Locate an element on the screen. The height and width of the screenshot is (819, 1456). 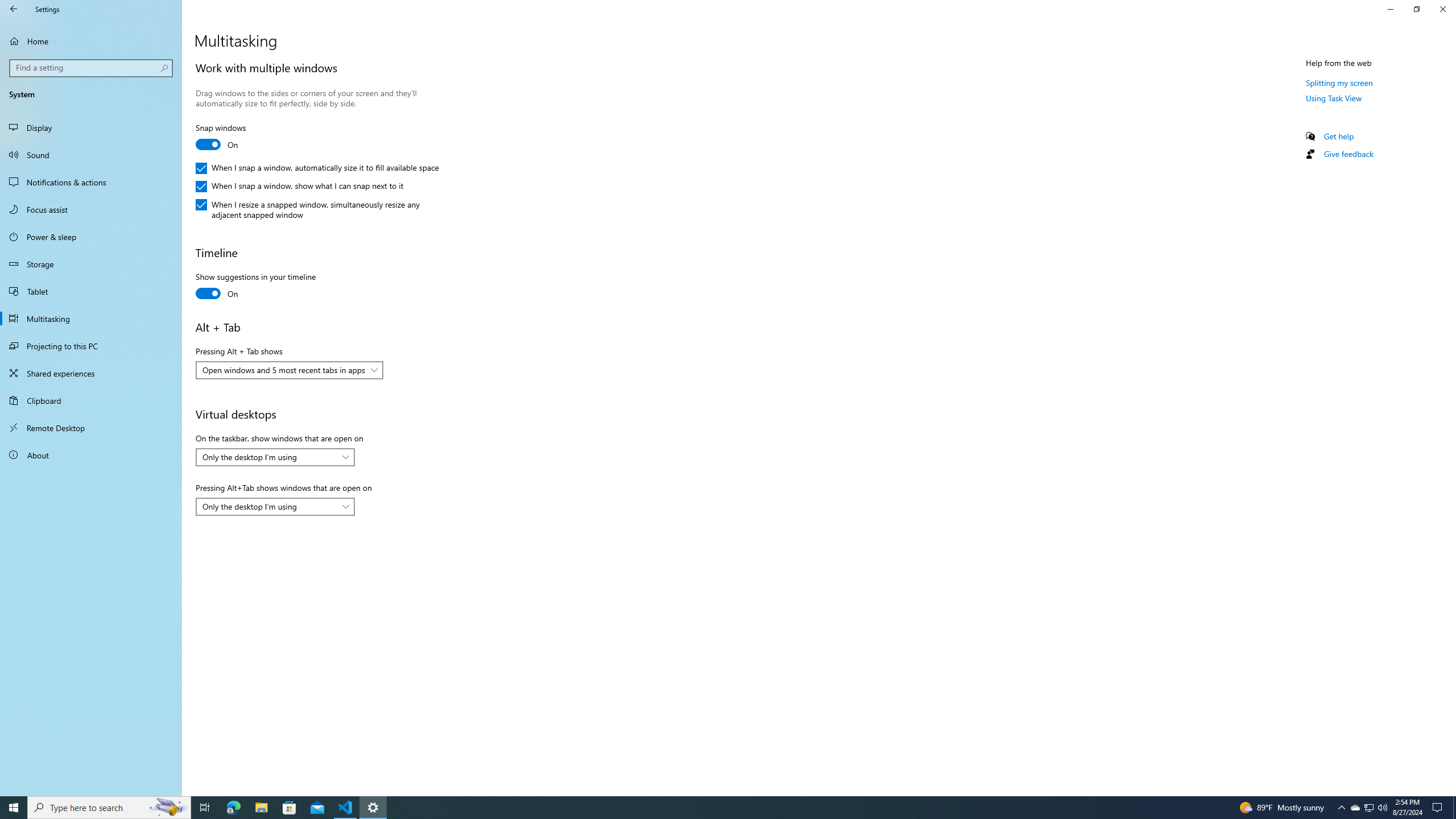
'Remote Desktop' is located at coordinates (90, 427).